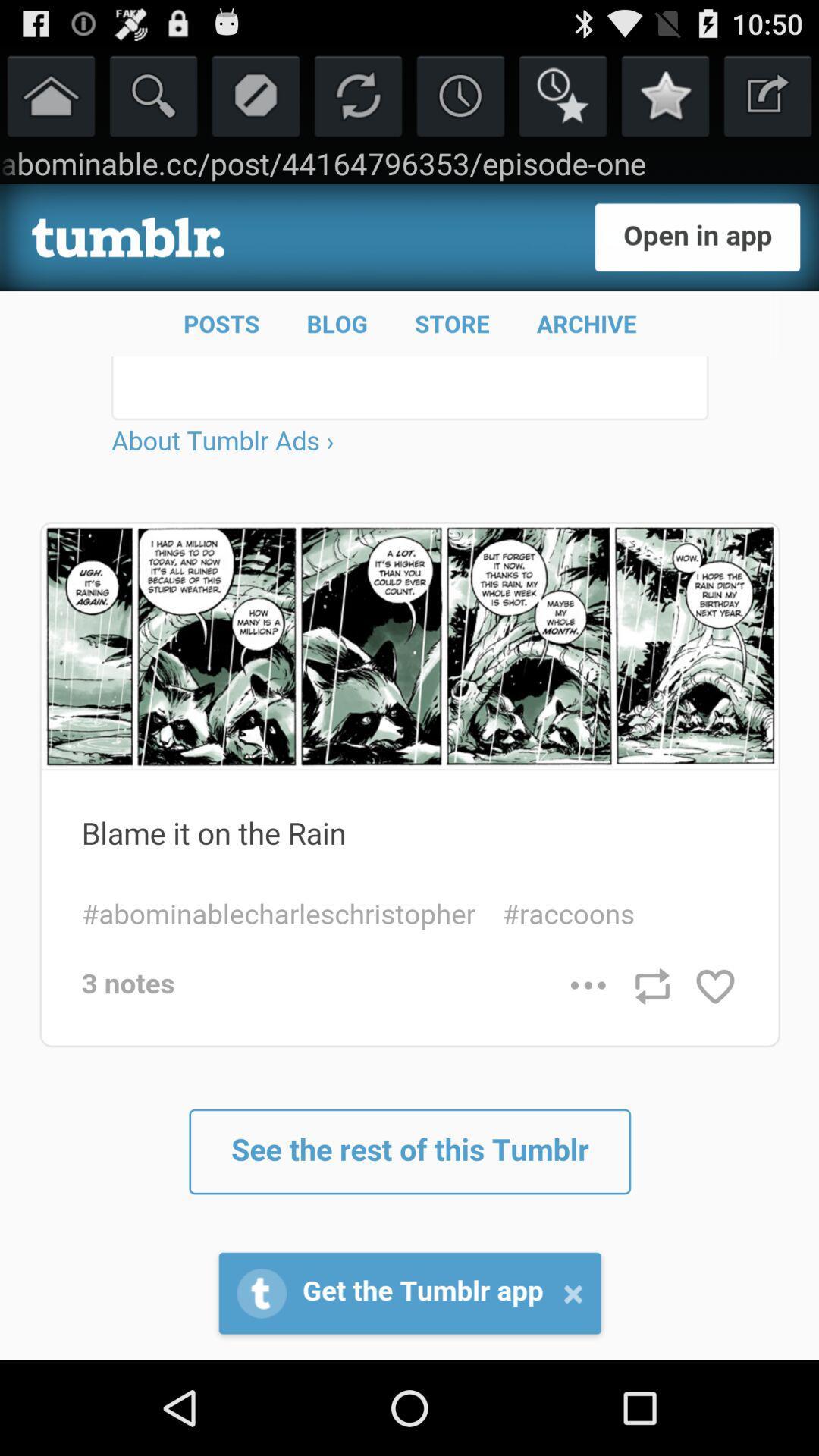 The width and height of the screenshot is (819, 1456). Describe the element at coordinates (50, 94) in the screenshot. I see `return home` at that location.